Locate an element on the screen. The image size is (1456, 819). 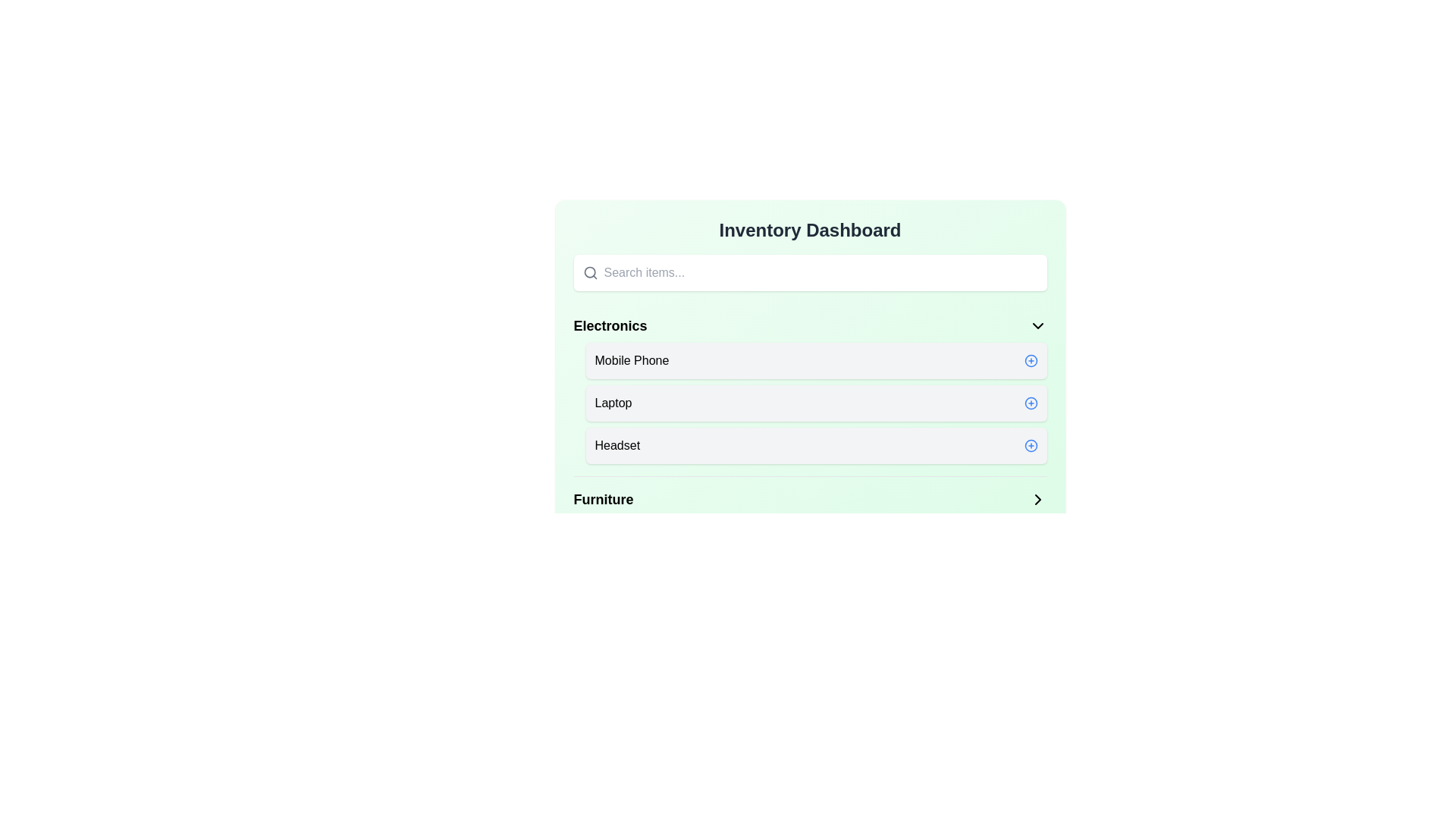
the 'Chevron' icon next to 'Furniture' to expand it is located at coordinates (1037, 500).